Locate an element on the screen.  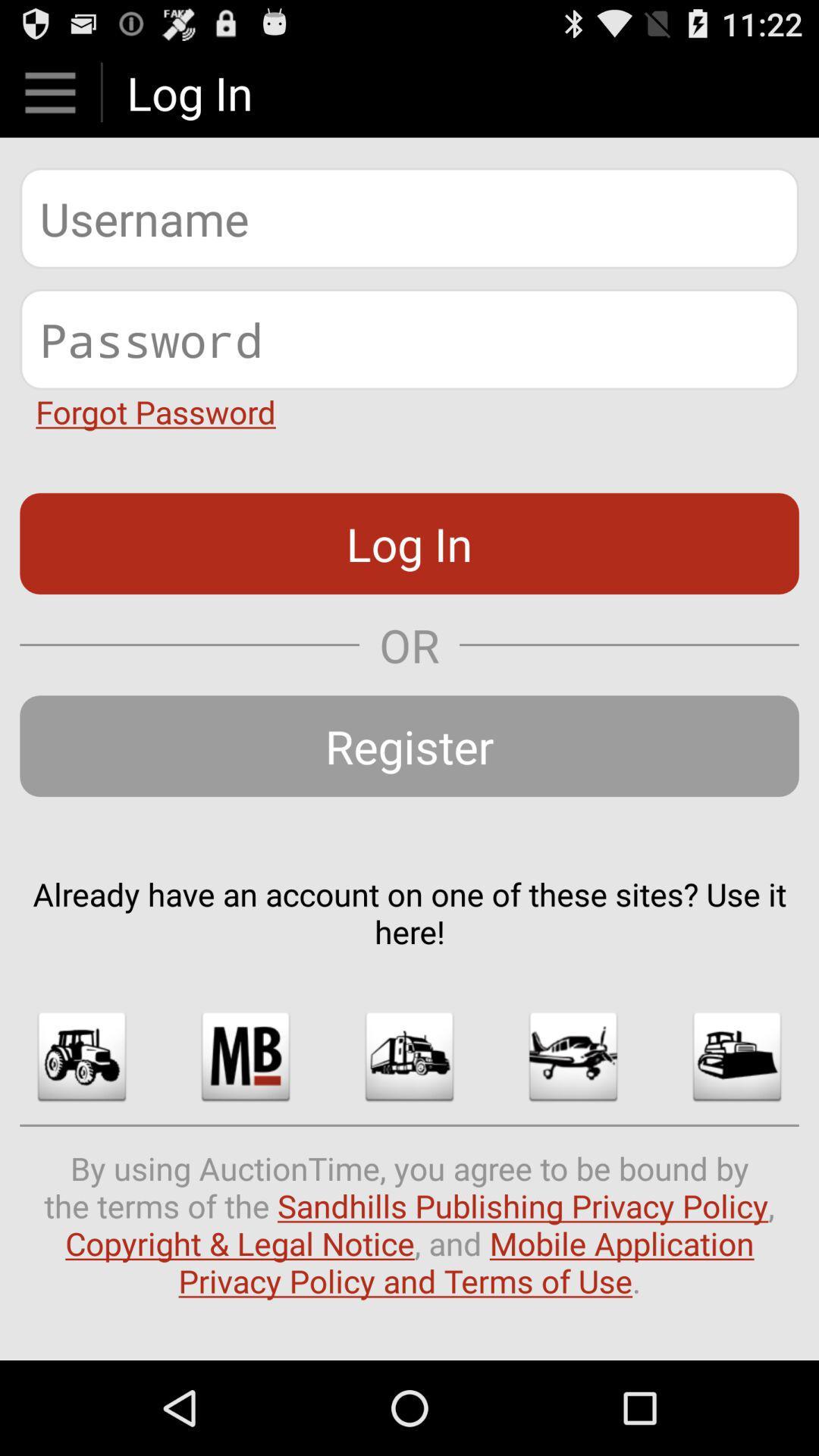
by using auctiontime icon is located at coordinates (409, 1224).